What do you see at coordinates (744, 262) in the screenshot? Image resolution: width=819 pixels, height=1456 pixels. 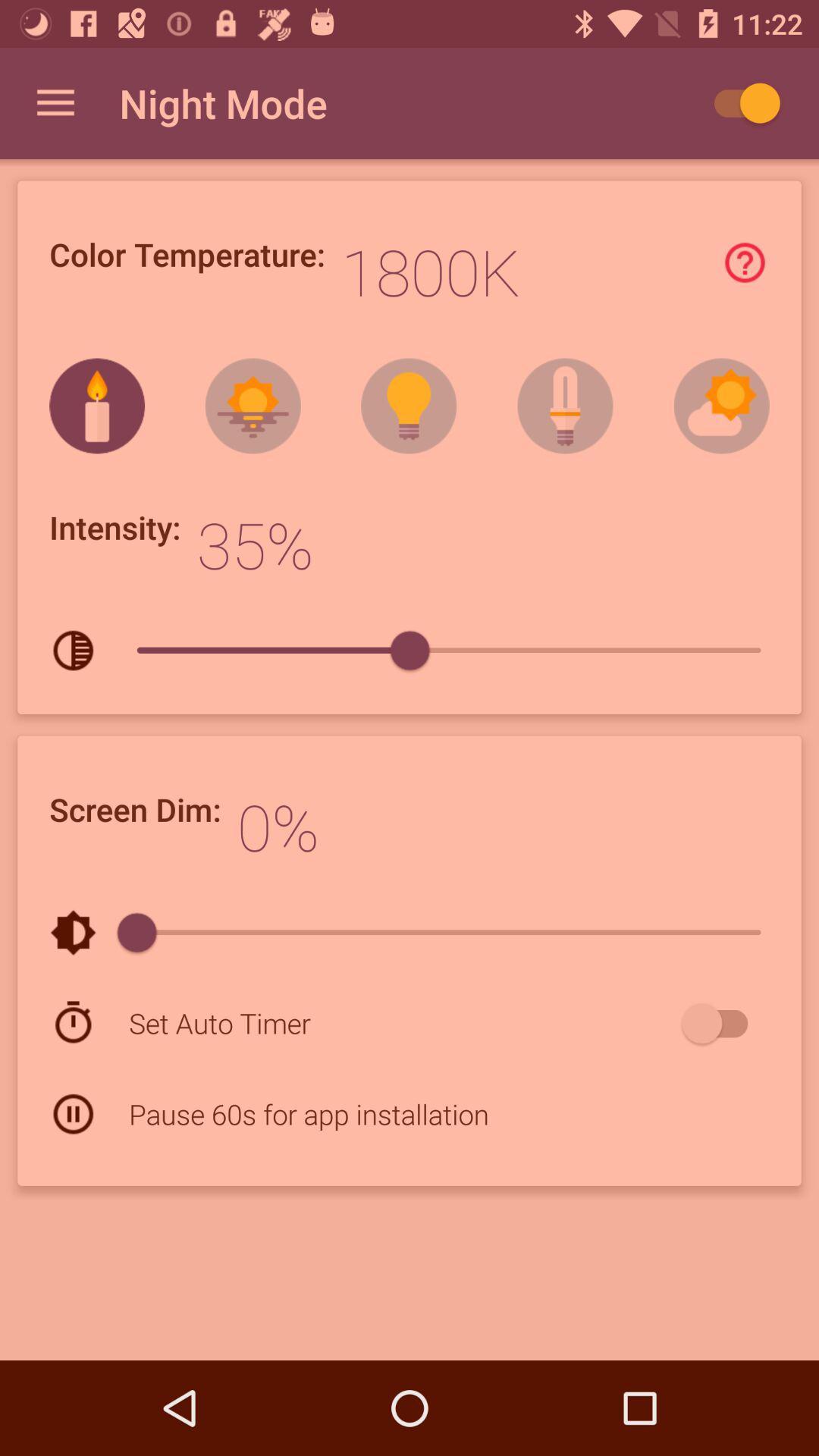 I see `find out more information` at bounding box center [744, 262].